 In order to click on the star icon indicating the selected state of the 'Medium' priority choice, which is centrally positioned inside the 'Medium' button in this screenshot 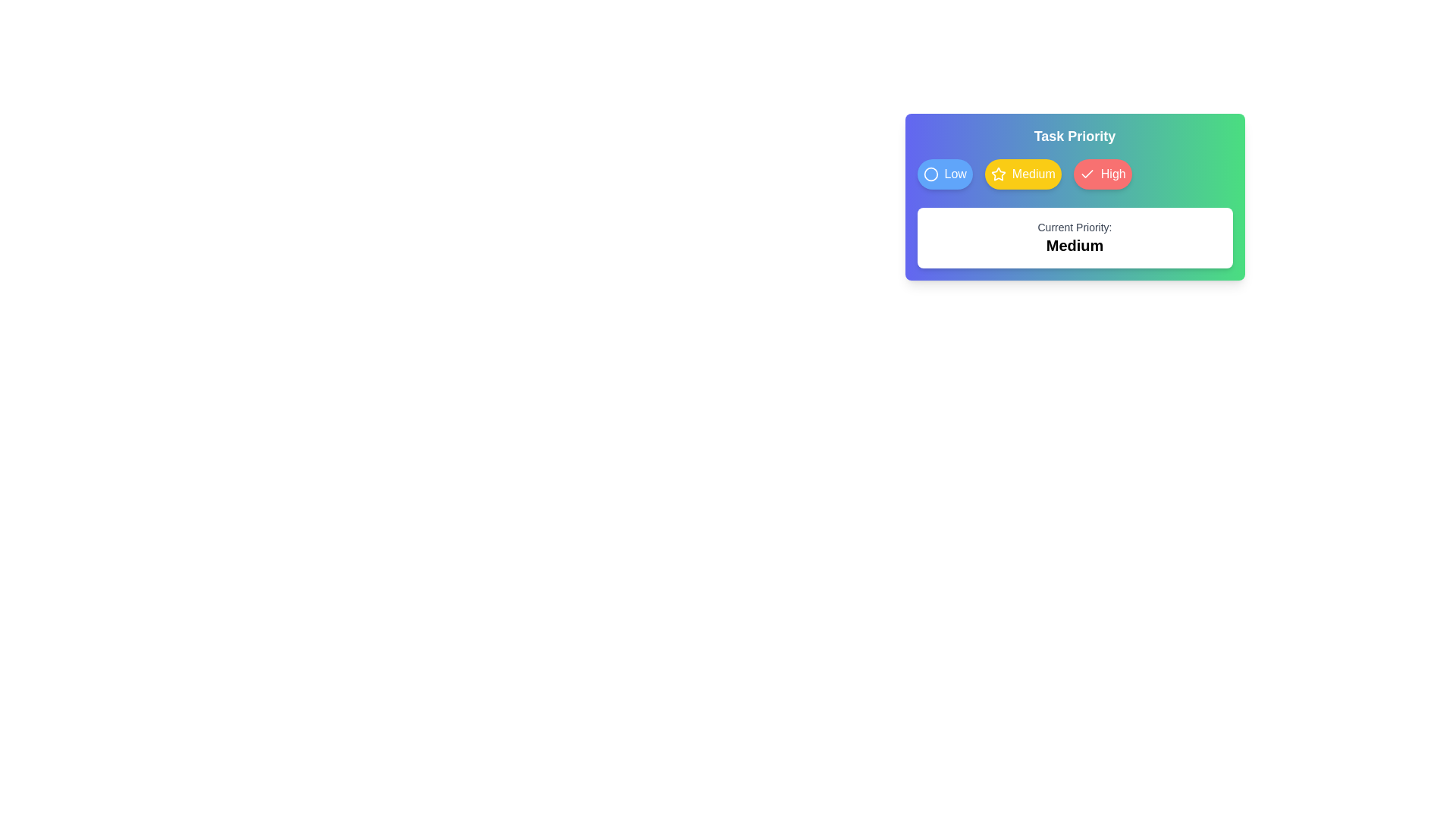, I will do `click(998, 173)`.